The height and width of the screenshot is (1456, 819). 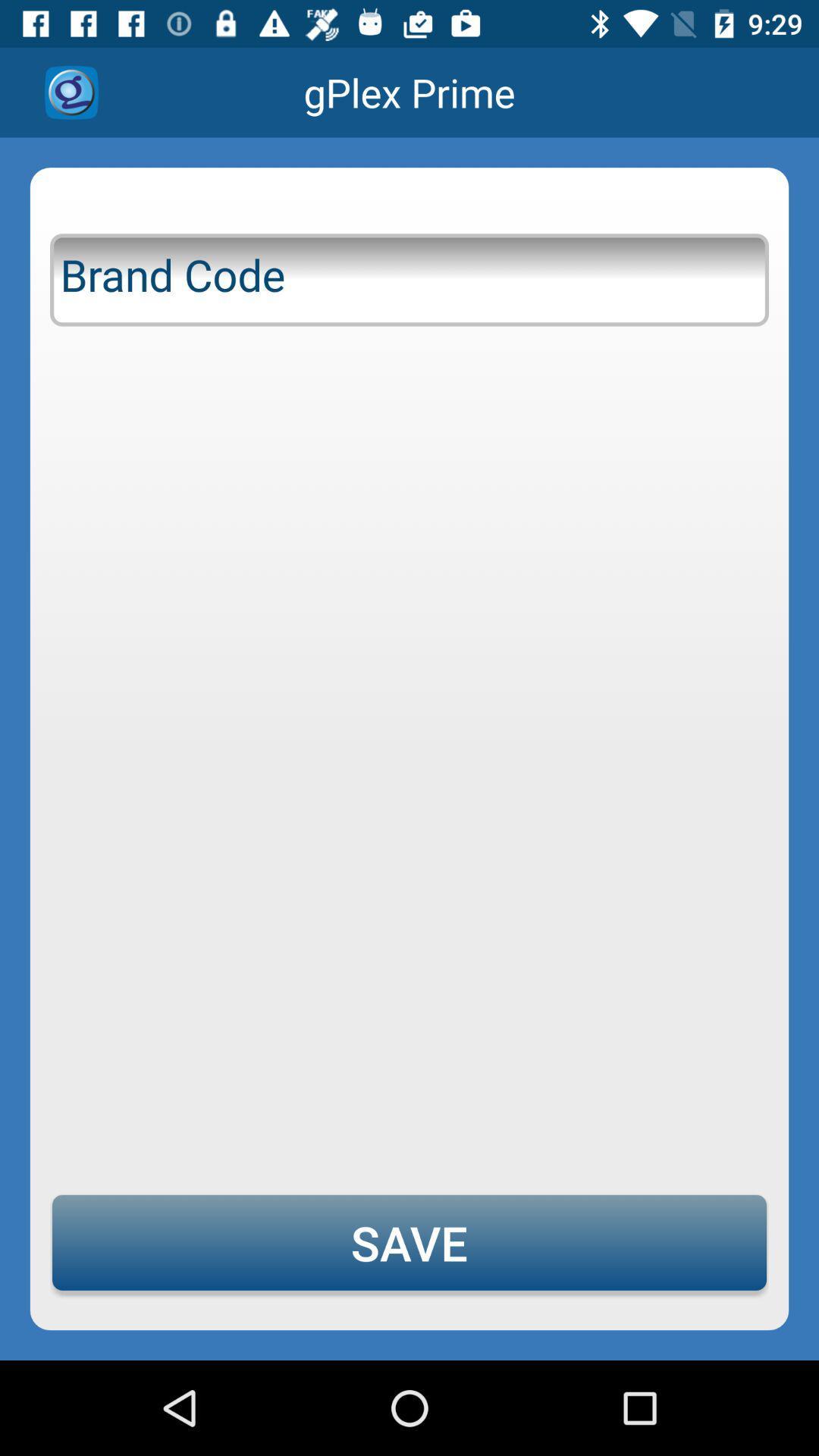 What do you see at coordinates (409, 277) in the screenshot?
I see `icon above save item` at bounding box center [409, 277].